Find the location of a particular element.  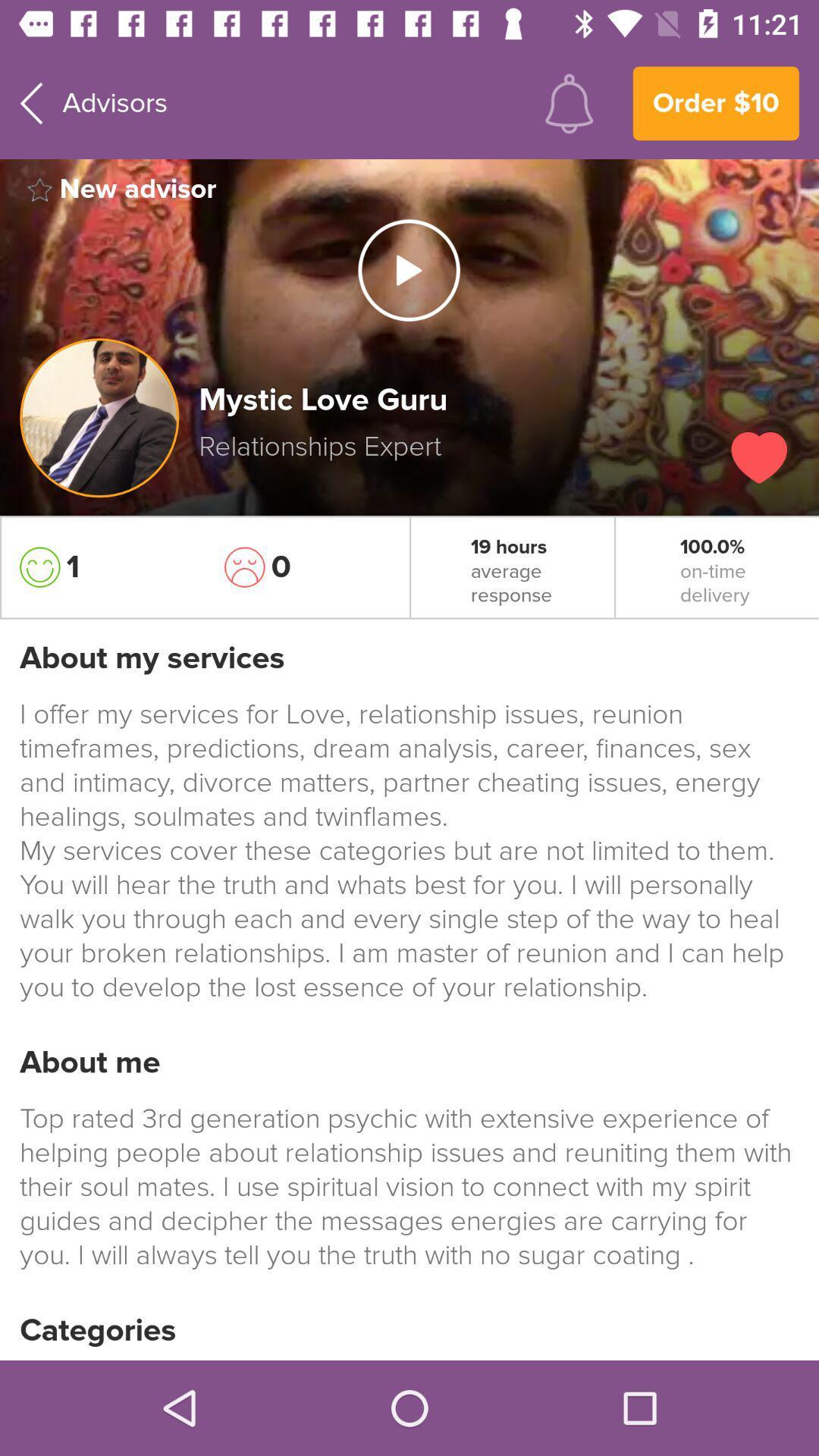

item to the right of advisors item is located at coordinates (569, 102).